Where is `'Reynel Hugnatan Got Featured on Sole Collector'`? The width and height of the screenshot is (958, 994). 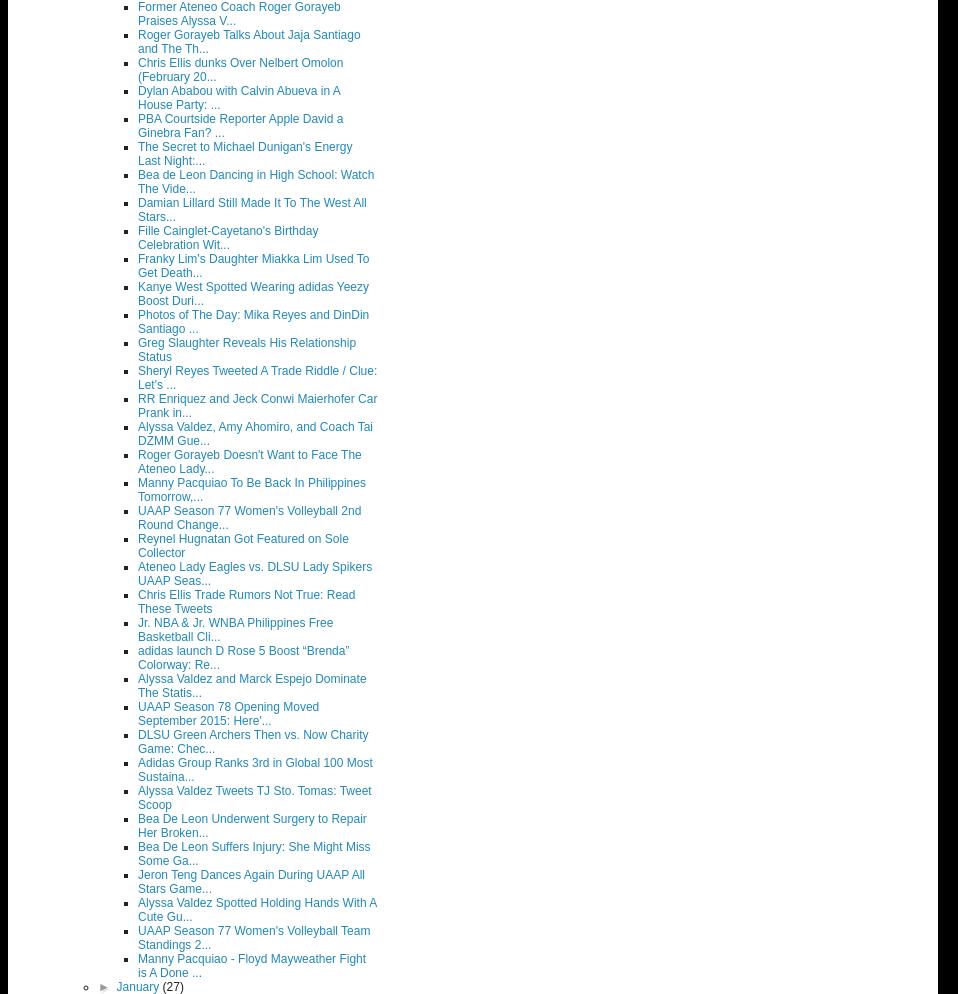
'Reynel Hugnatan Got Featured on Sole Collector' is located at coordinates (138, 545).